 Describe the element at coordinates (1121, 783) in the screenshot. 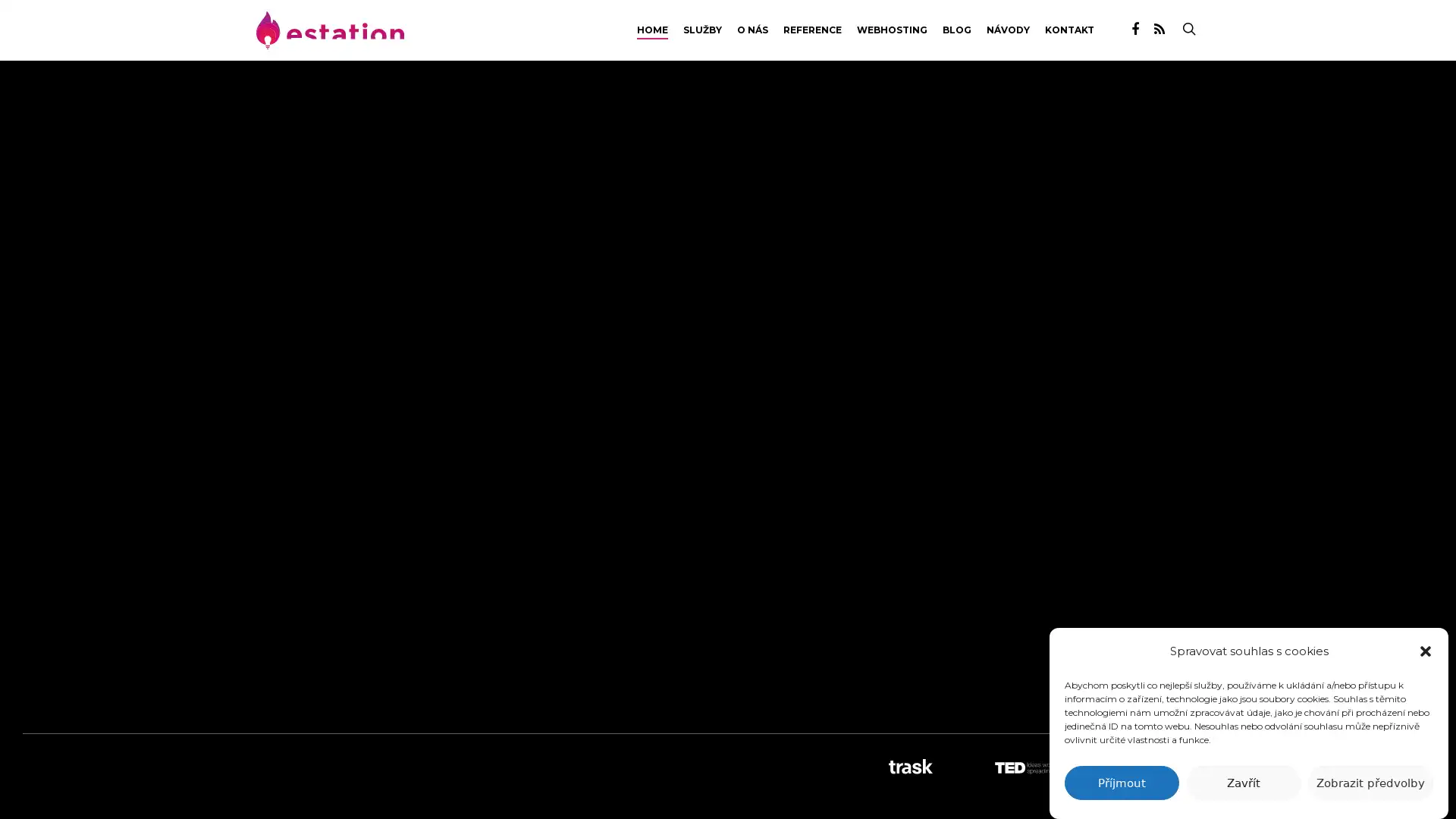

I see `Prijmout` at that location.